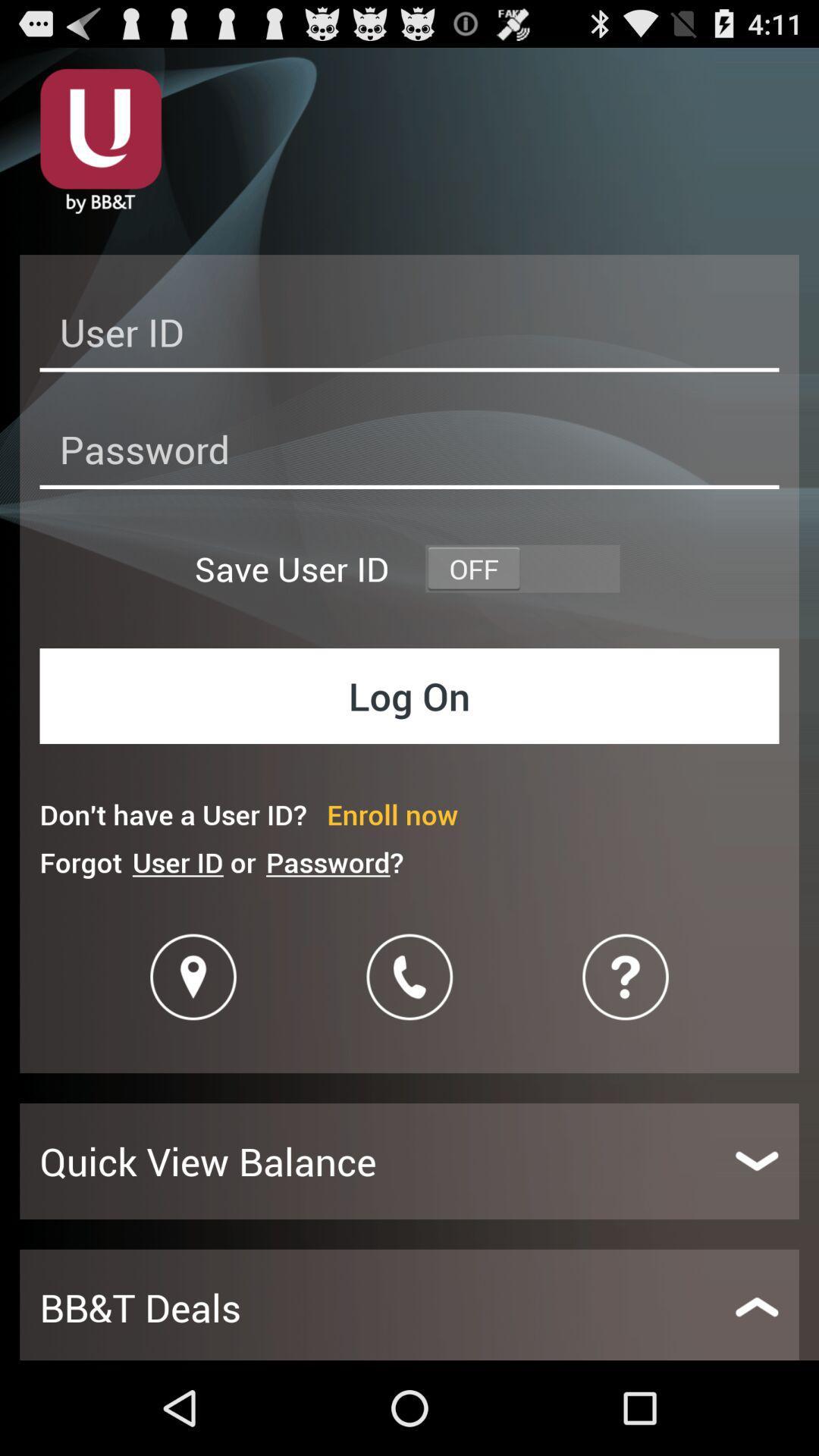 This screenshot has width=819, height=1456. What do you see at coordinates (334, 862) in the screenshot?
I see `item next to the user id or icon` at bounding box center [334, 862].